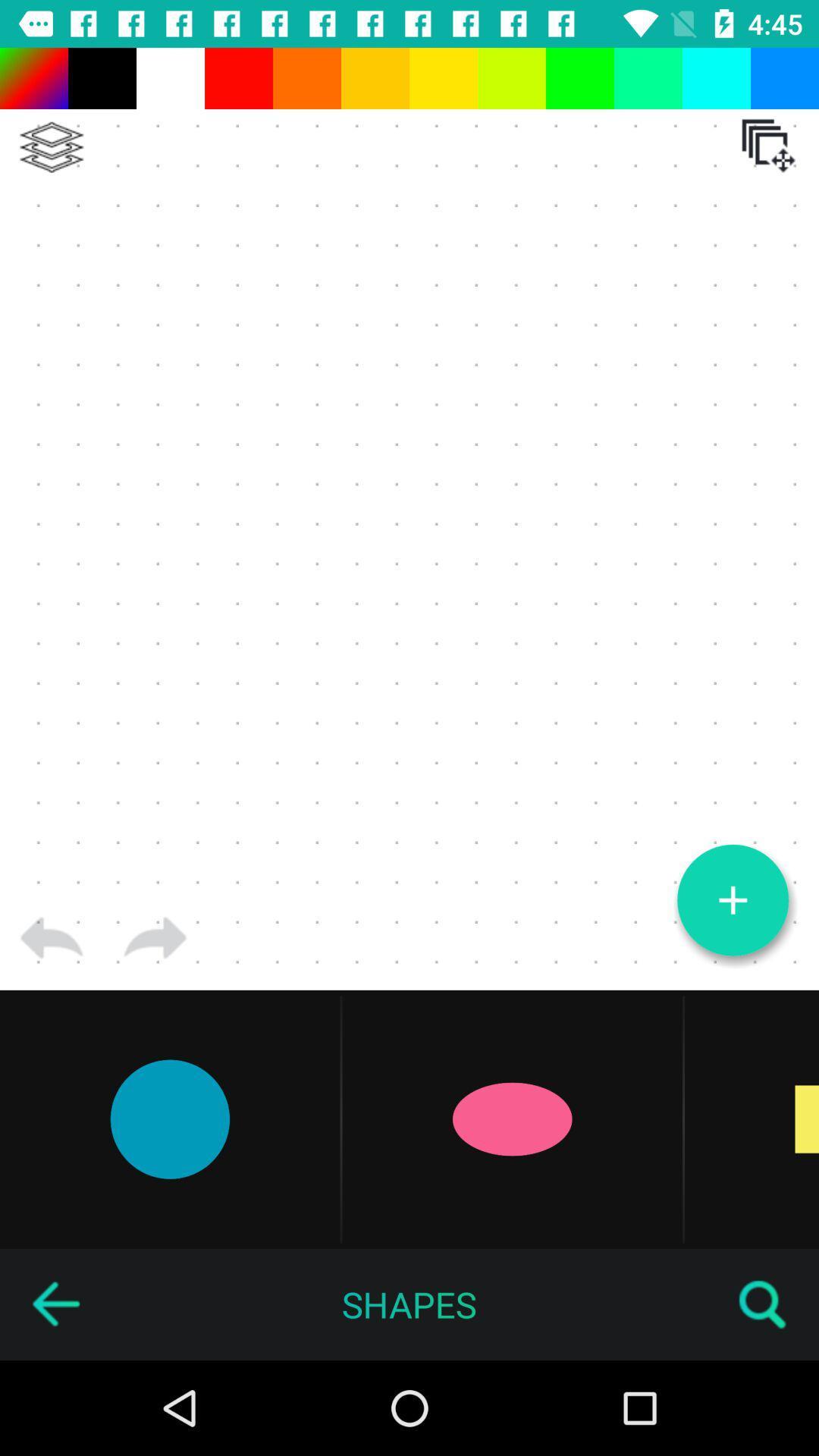 The height and width of the screenshot is (1456, 819). I want to click on the icon to the right of shapes, so click(763, 1304).